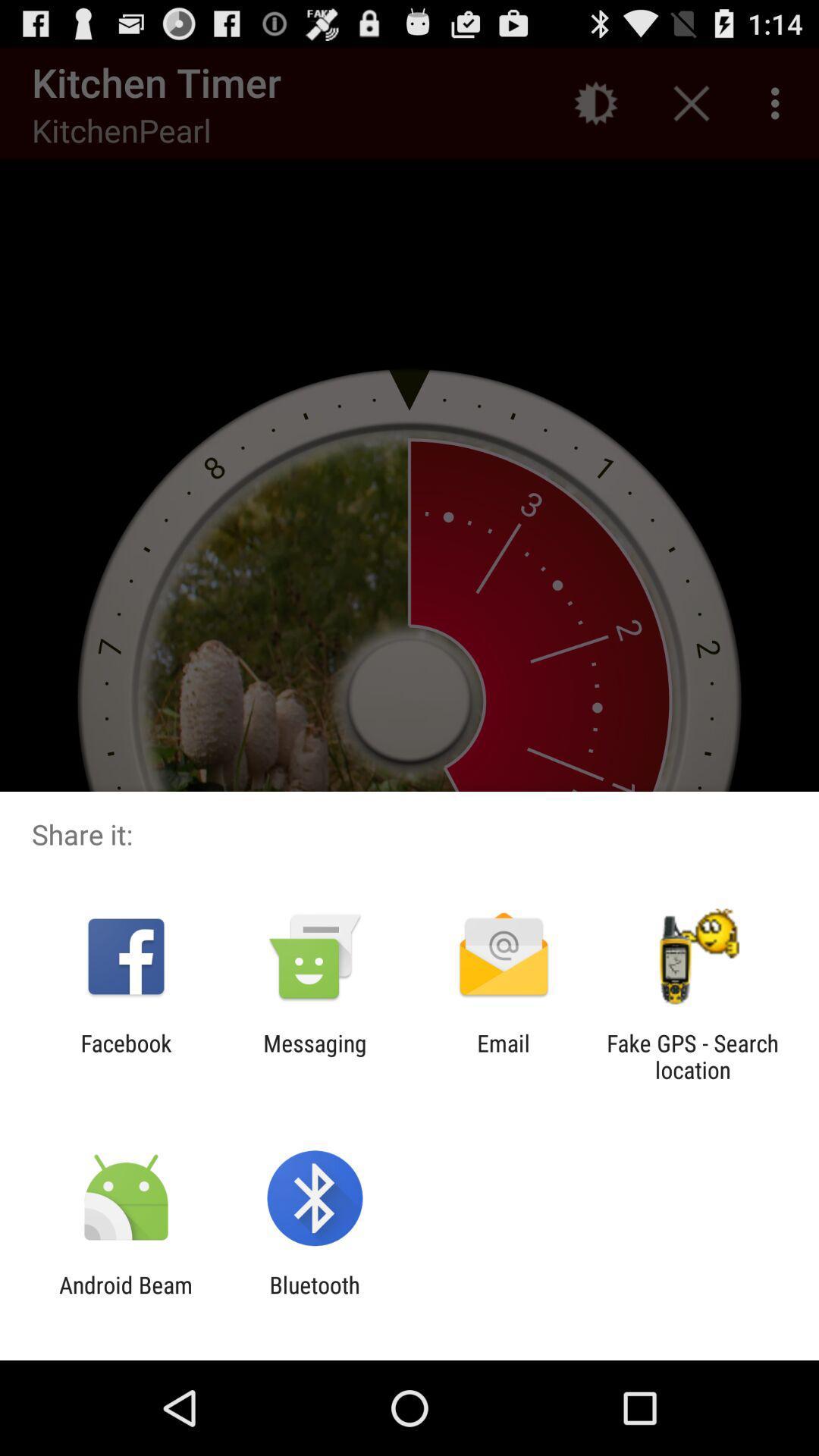 This screenshot has width=819, height=1456. What do you see at coordinates (314, 1056) in the screenshot?
I see `app next to facebook icon` at bounding box center [314, 1056].